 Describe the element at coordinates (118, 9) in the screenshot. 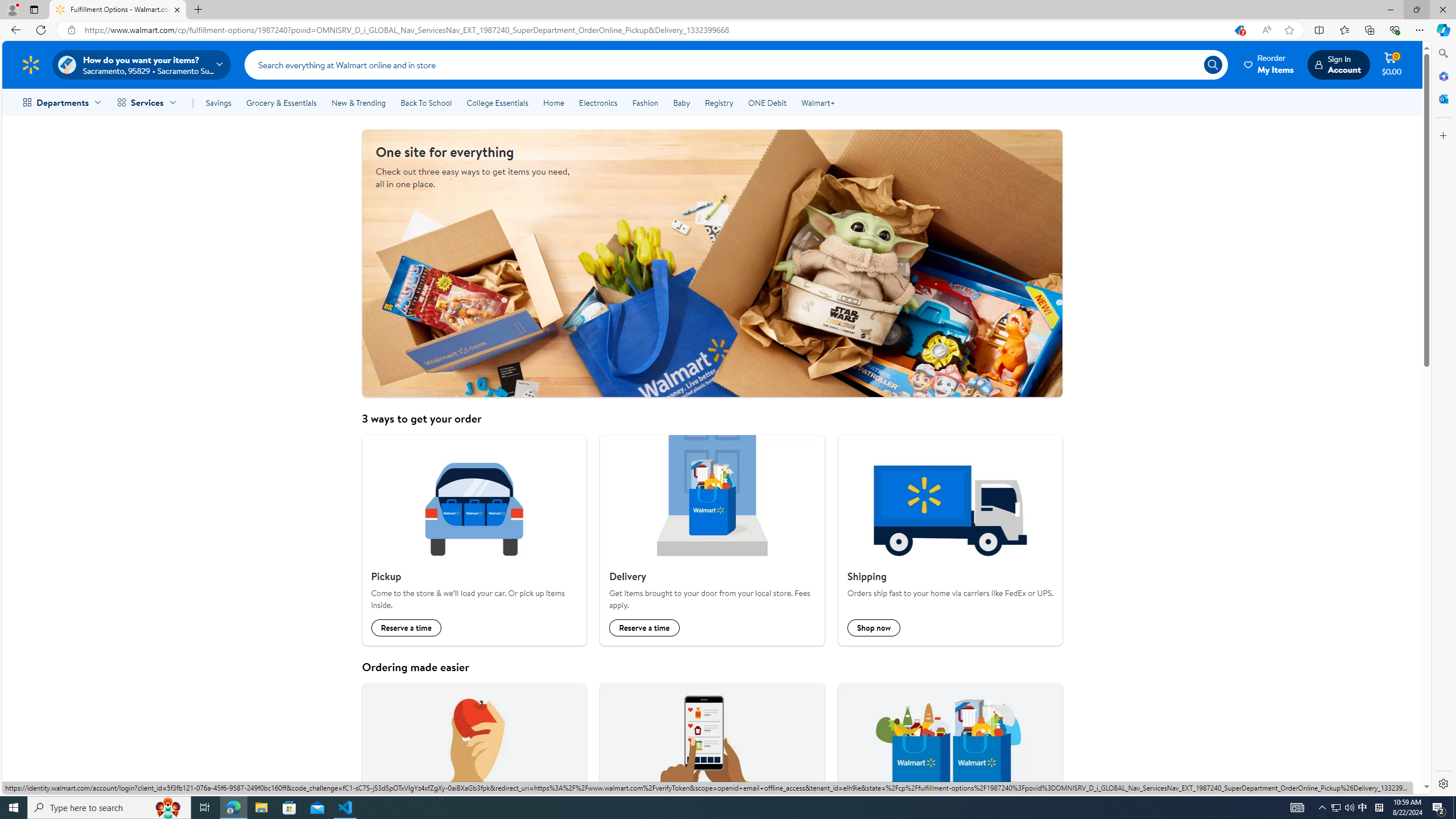

I see `'Fulfillment Options - Walmart.com'` at that location.